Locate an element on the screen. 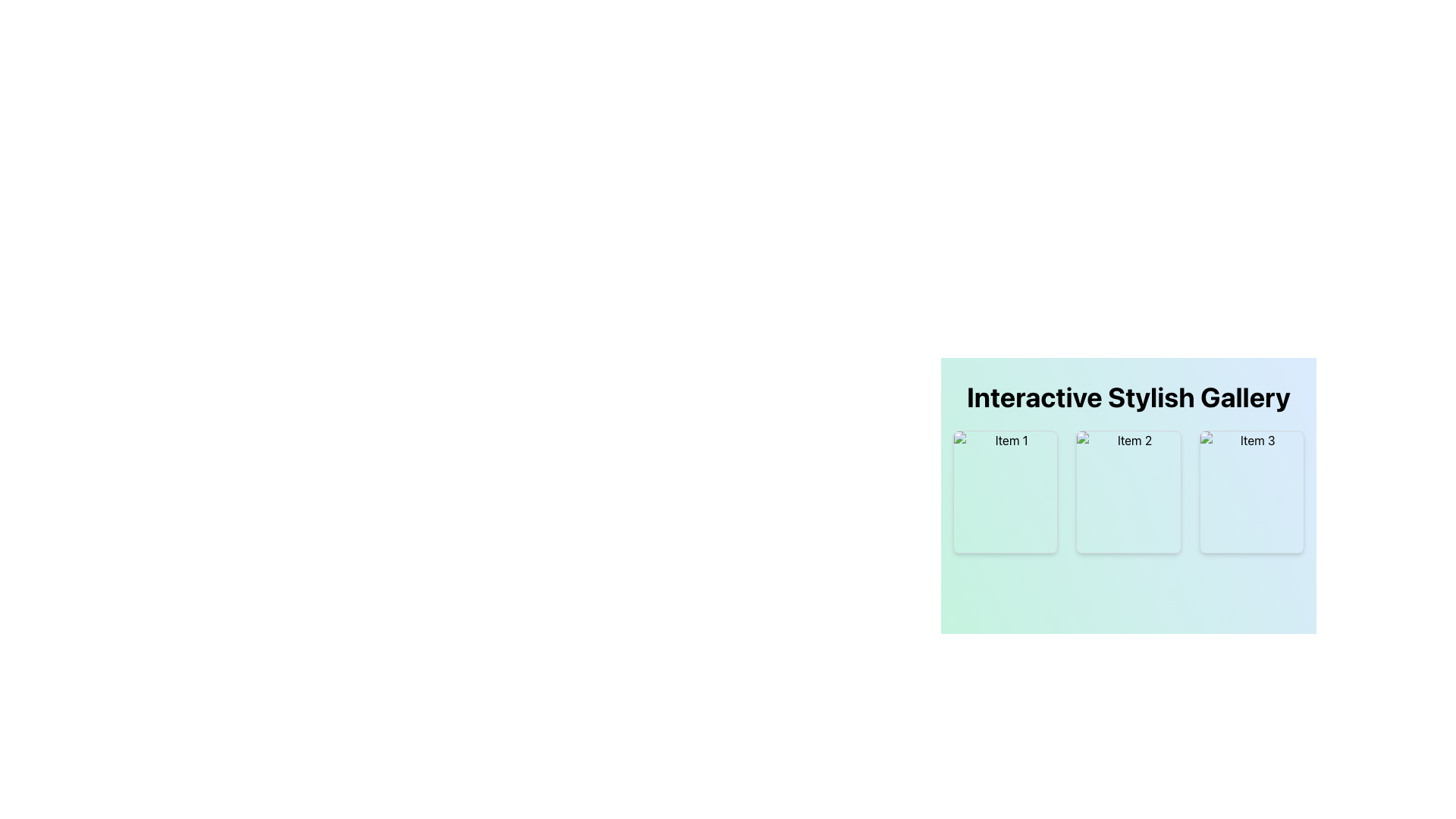 The height and width of the screenshot is (819, 1456). the visual representation of 'Item 3' is located at coordinates (1251, 491).